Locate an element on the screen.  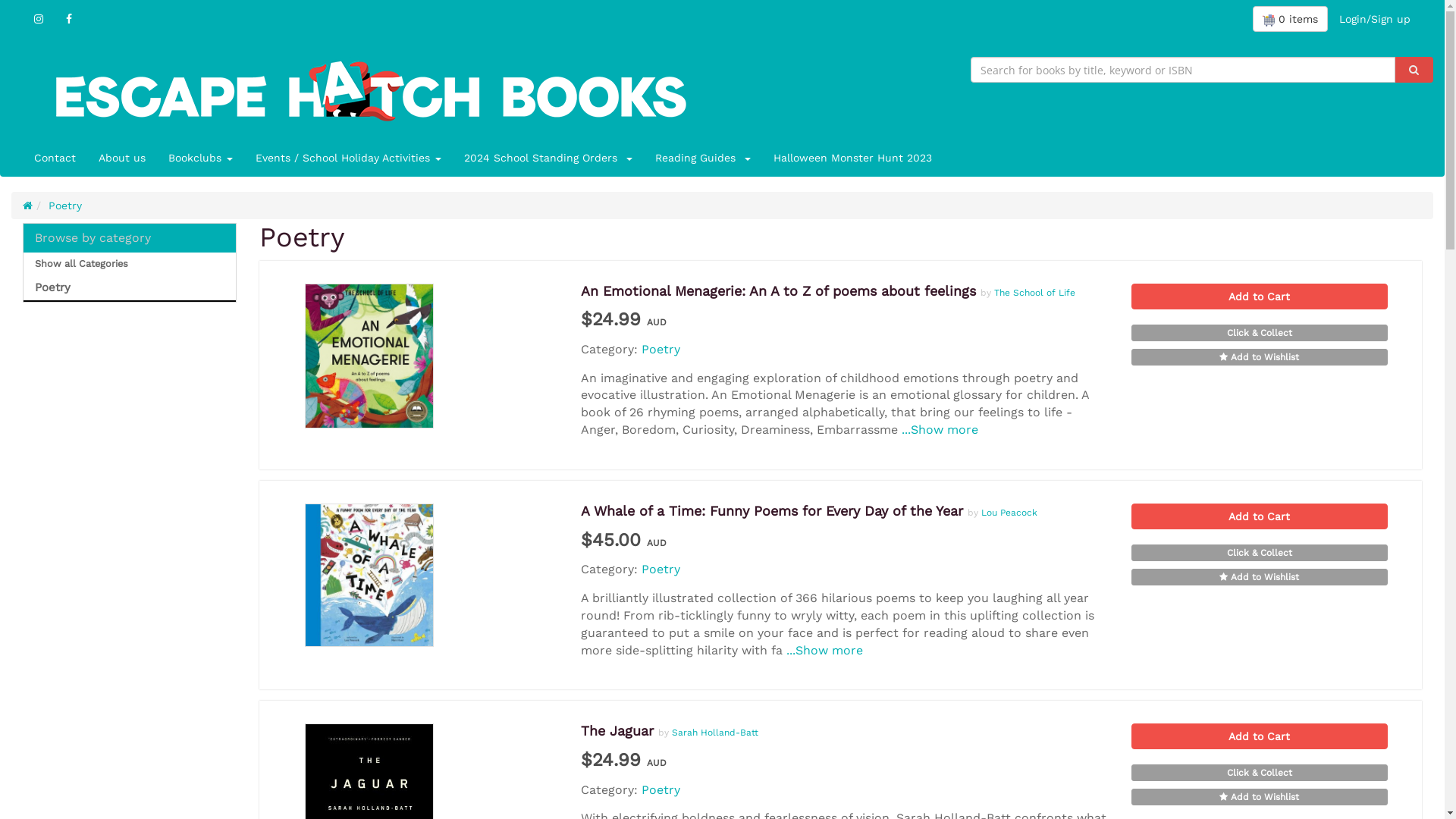
'Sarah Holland-Batt' is located at coordinates (714, 731).